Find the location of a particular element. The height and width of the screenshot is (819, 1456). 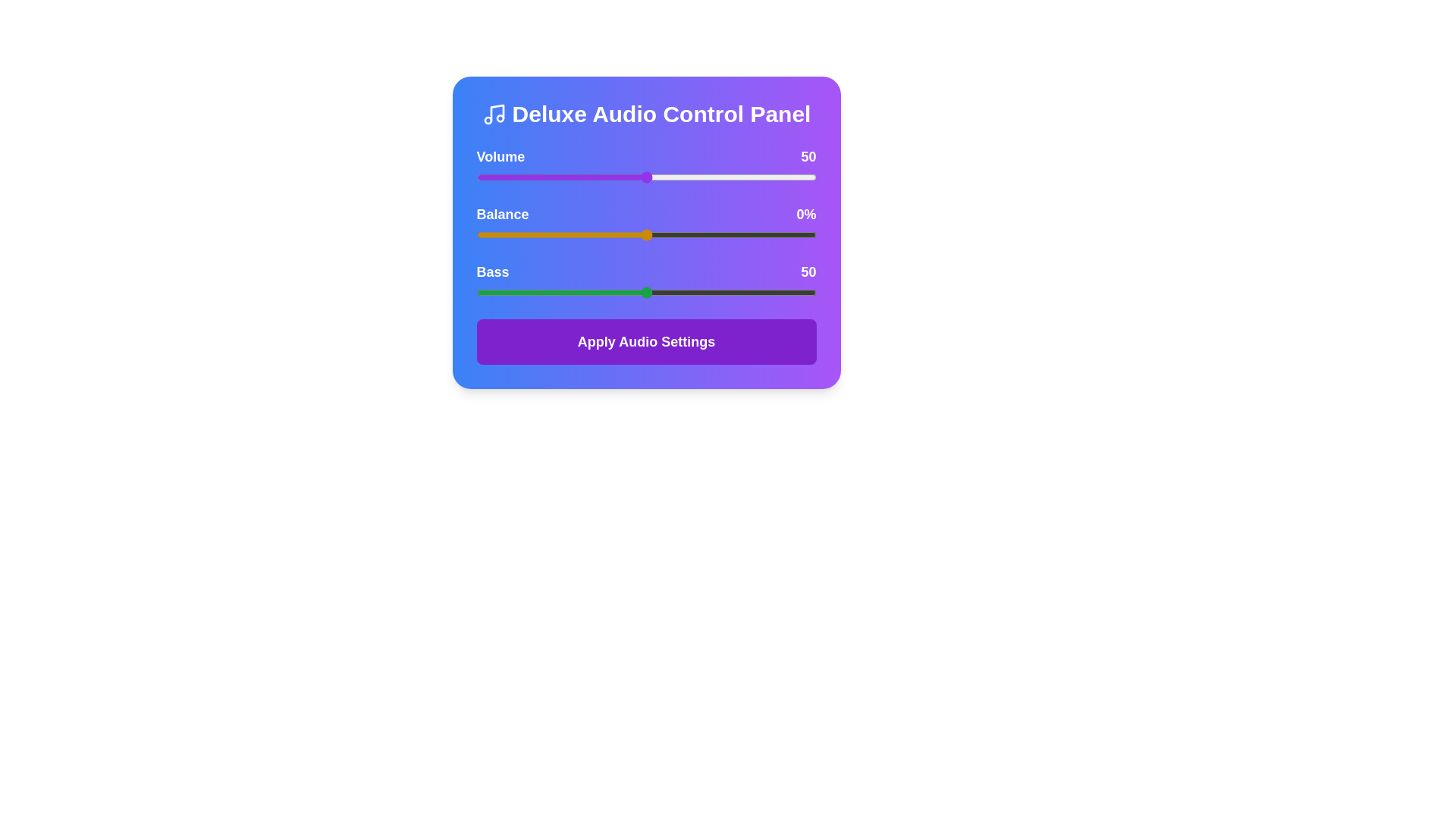

the balance slider is located at coordinates (805, 234).